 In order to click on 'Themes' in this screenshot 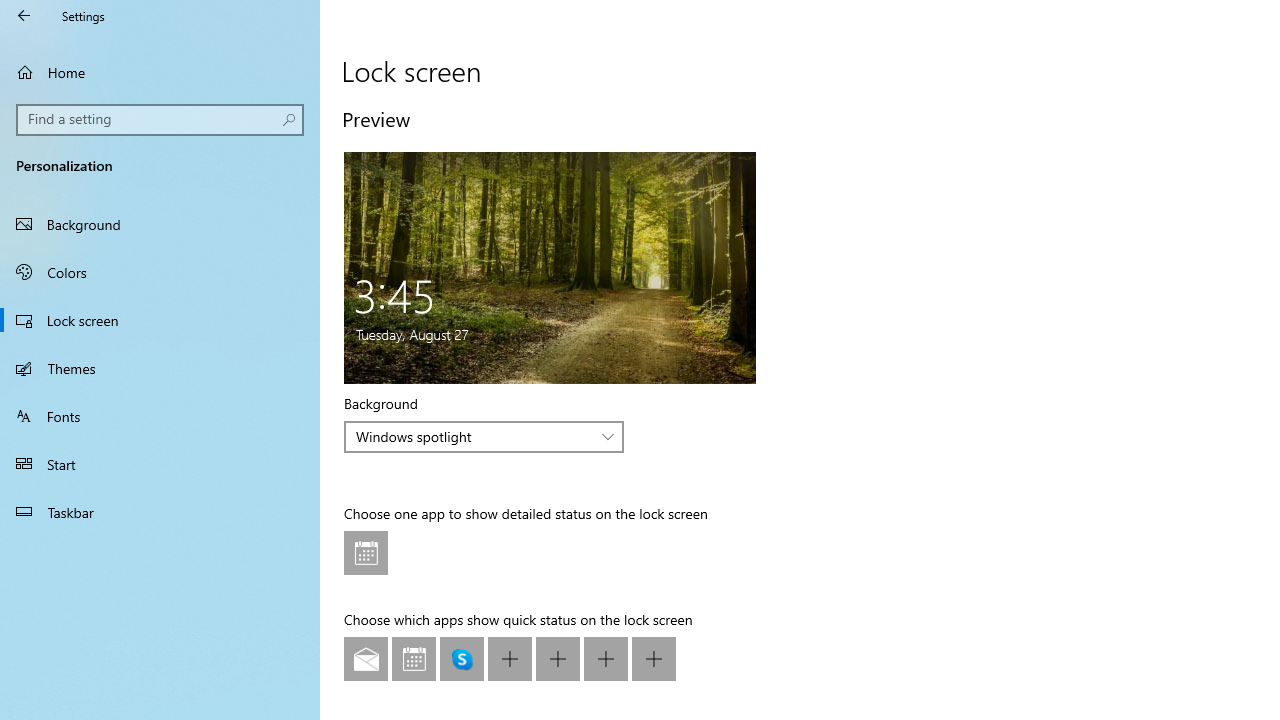, I will do `click(160, 367)`.